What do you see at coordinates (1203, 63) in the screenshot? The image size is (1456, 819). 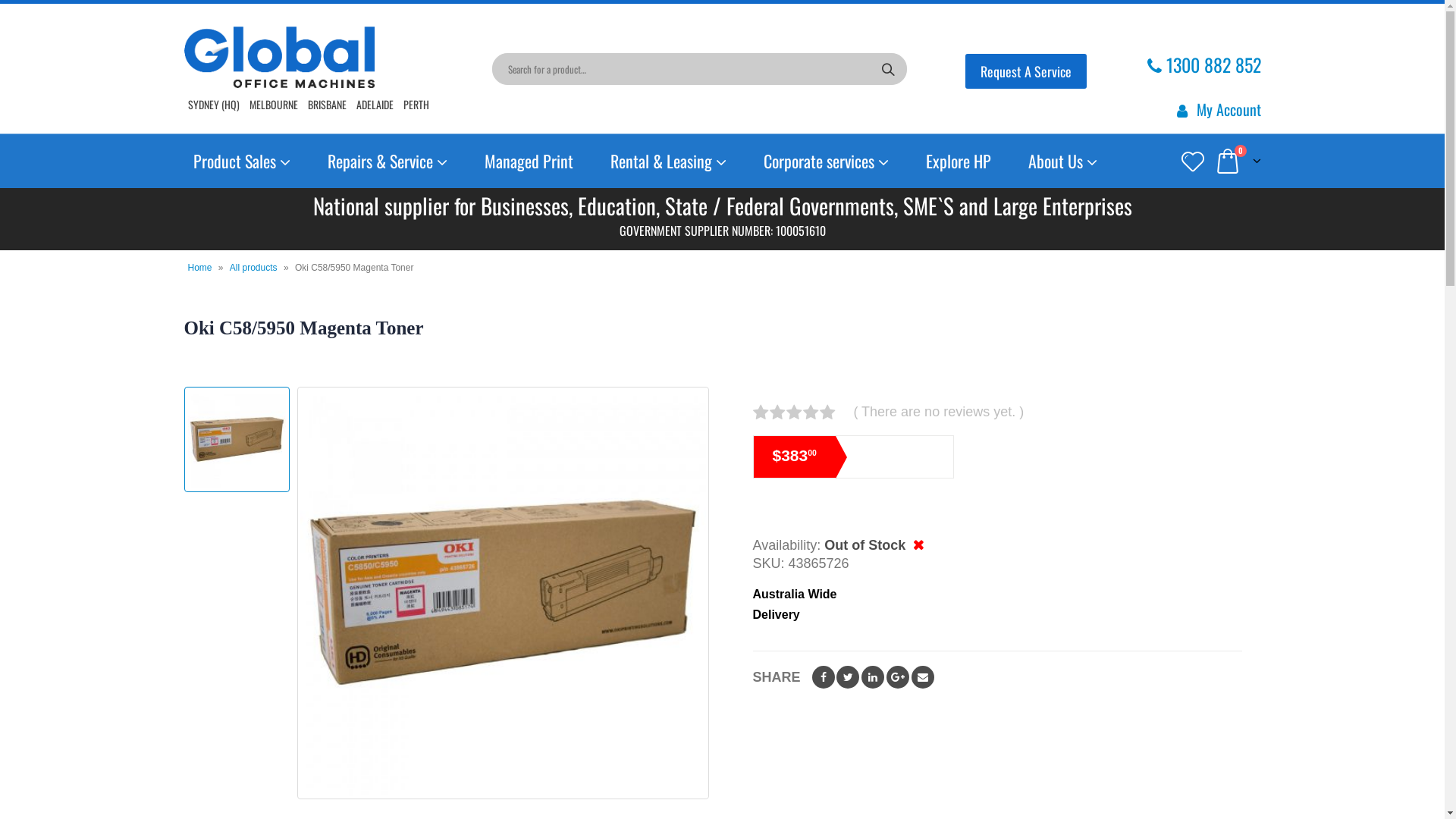 I see `'1300 882 852'` at bounding box center [1203, 63].